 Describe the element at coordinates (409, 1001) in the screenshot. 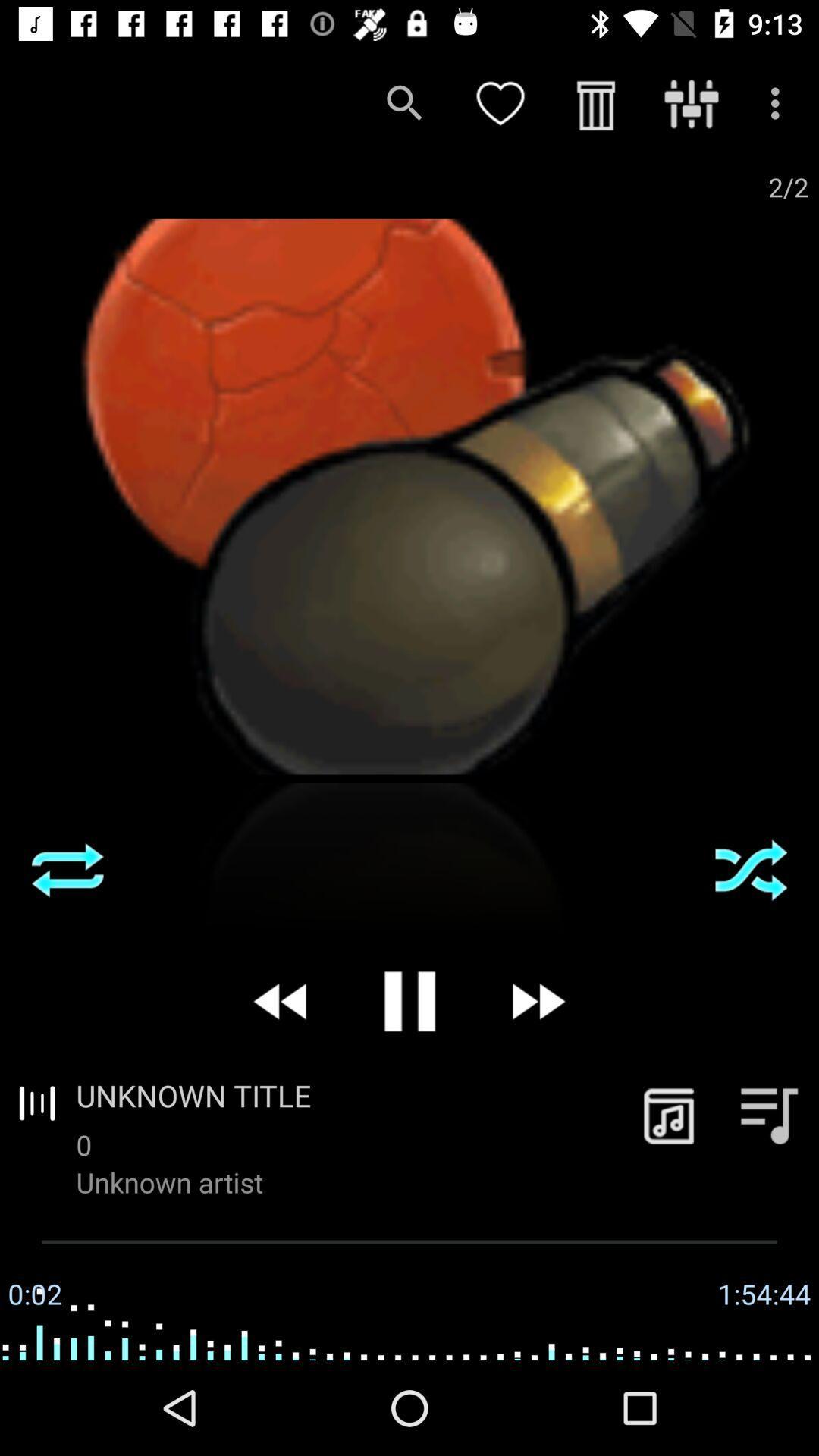

I see `pause current song` at that location.